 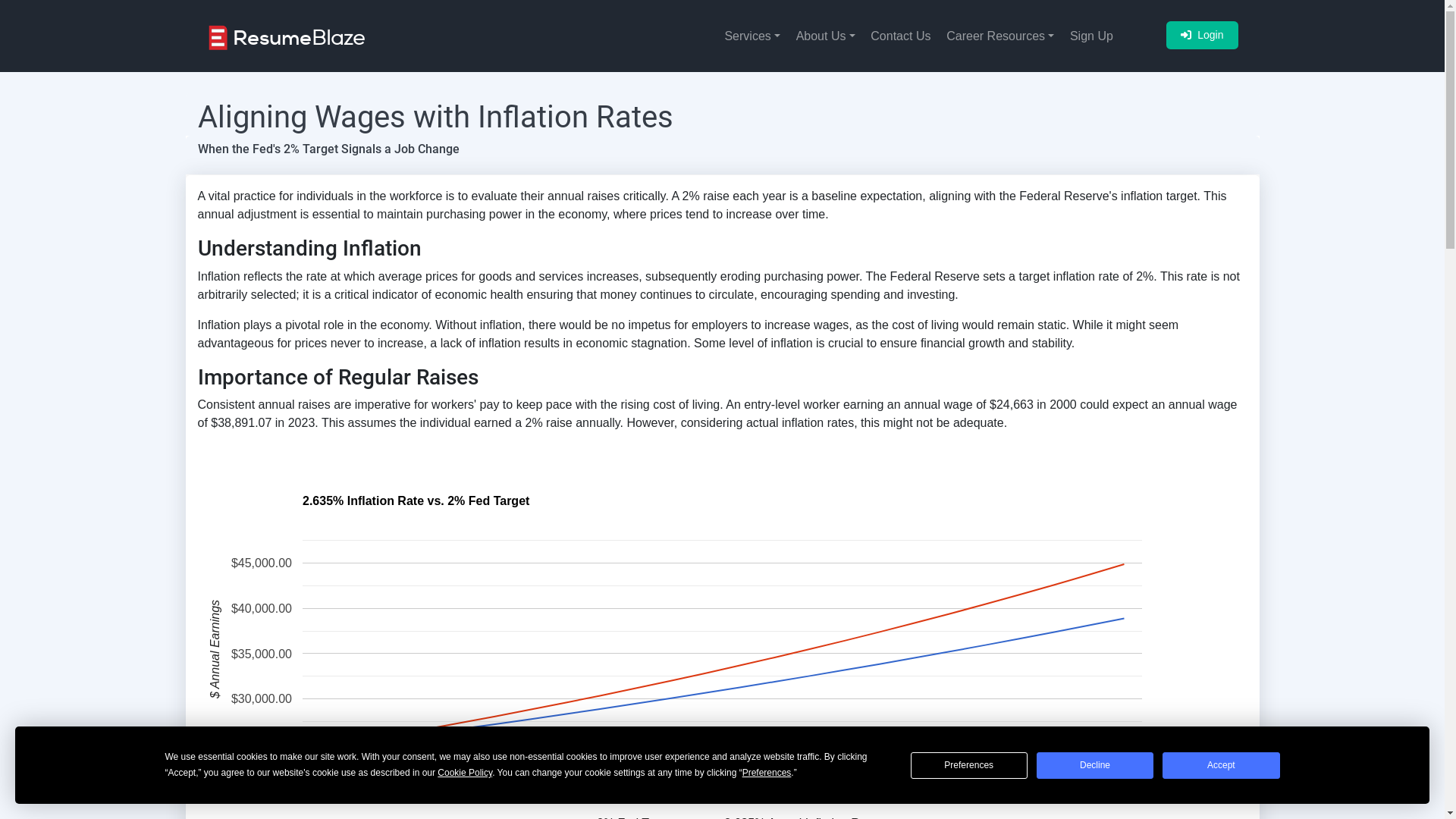 What do you see at coordinates (930, 35) in the screenshot?
I see `'Career Resources'` at bounding box center [930, 35].